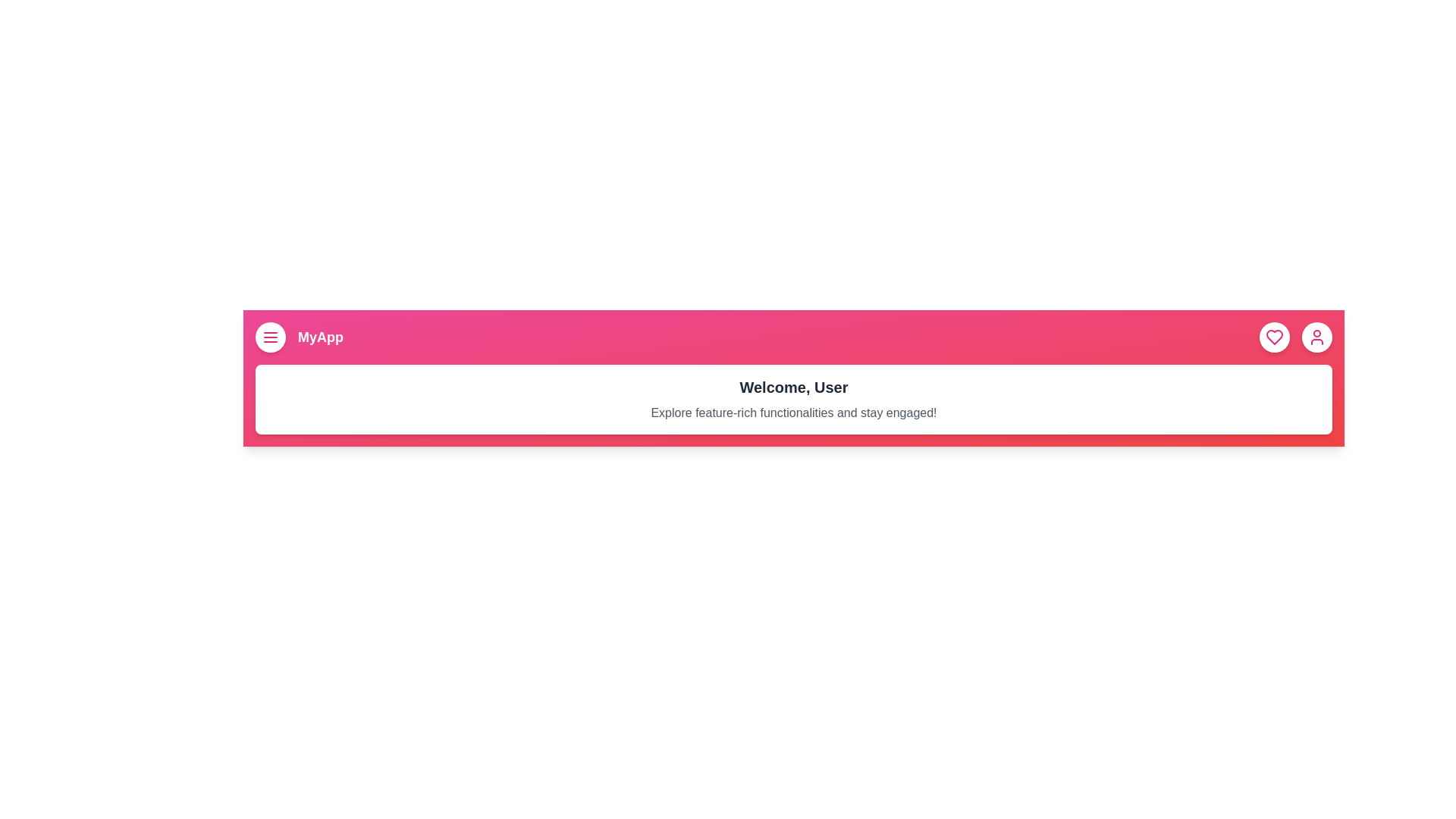 This screenshot has width=1456, height=819. I want to click on the user icon button located at the top-right corner of the app bar, so click(1316, 336).